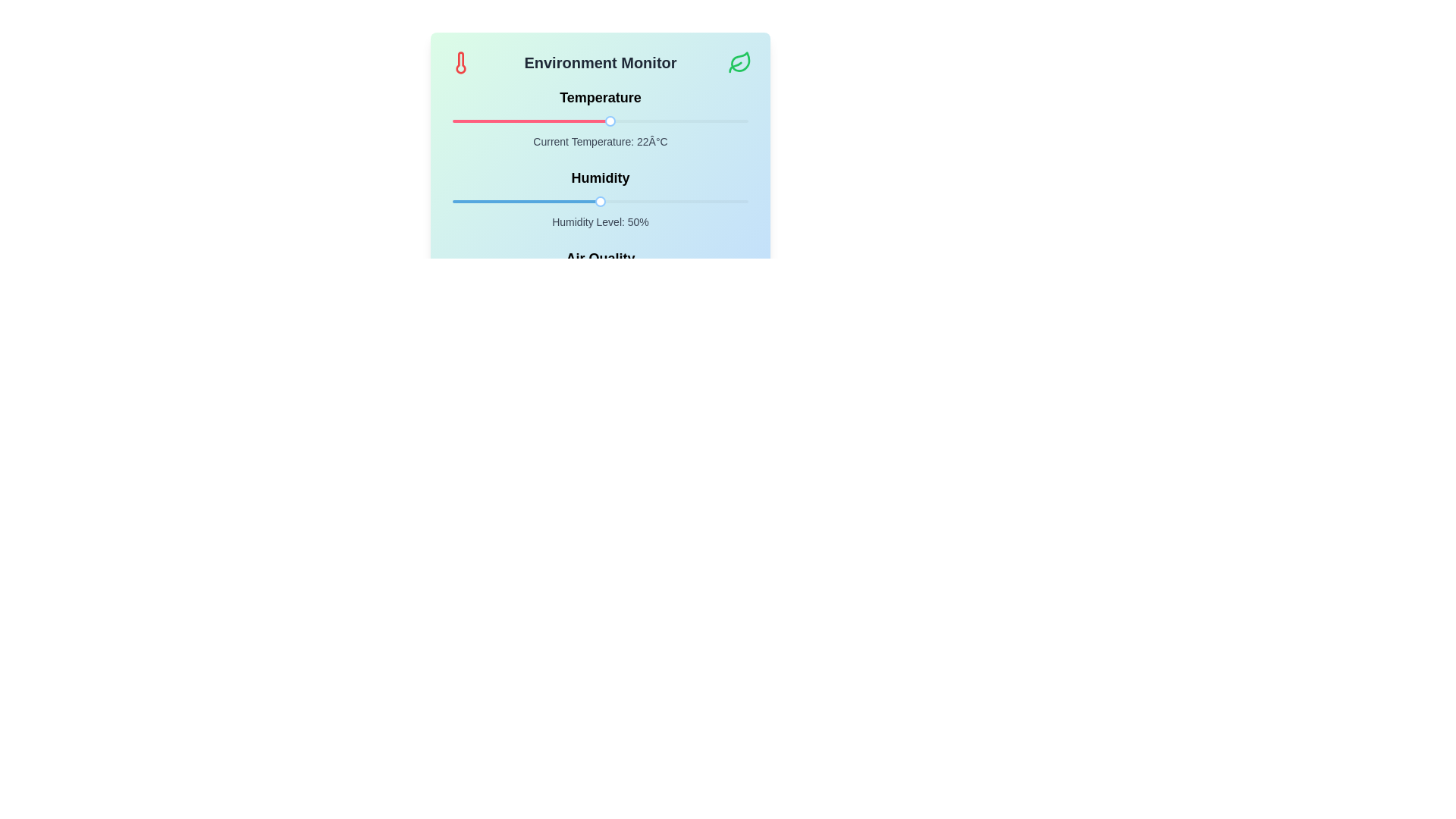 The width and height of the screenshot is (1456, 819). Describe the element at coordinates (600, 62) in the screenshot. I see `the Header Text displaying 'Environment Monitor', which is bold, large, and centrally placed at the top of a card-like interface` at that location.